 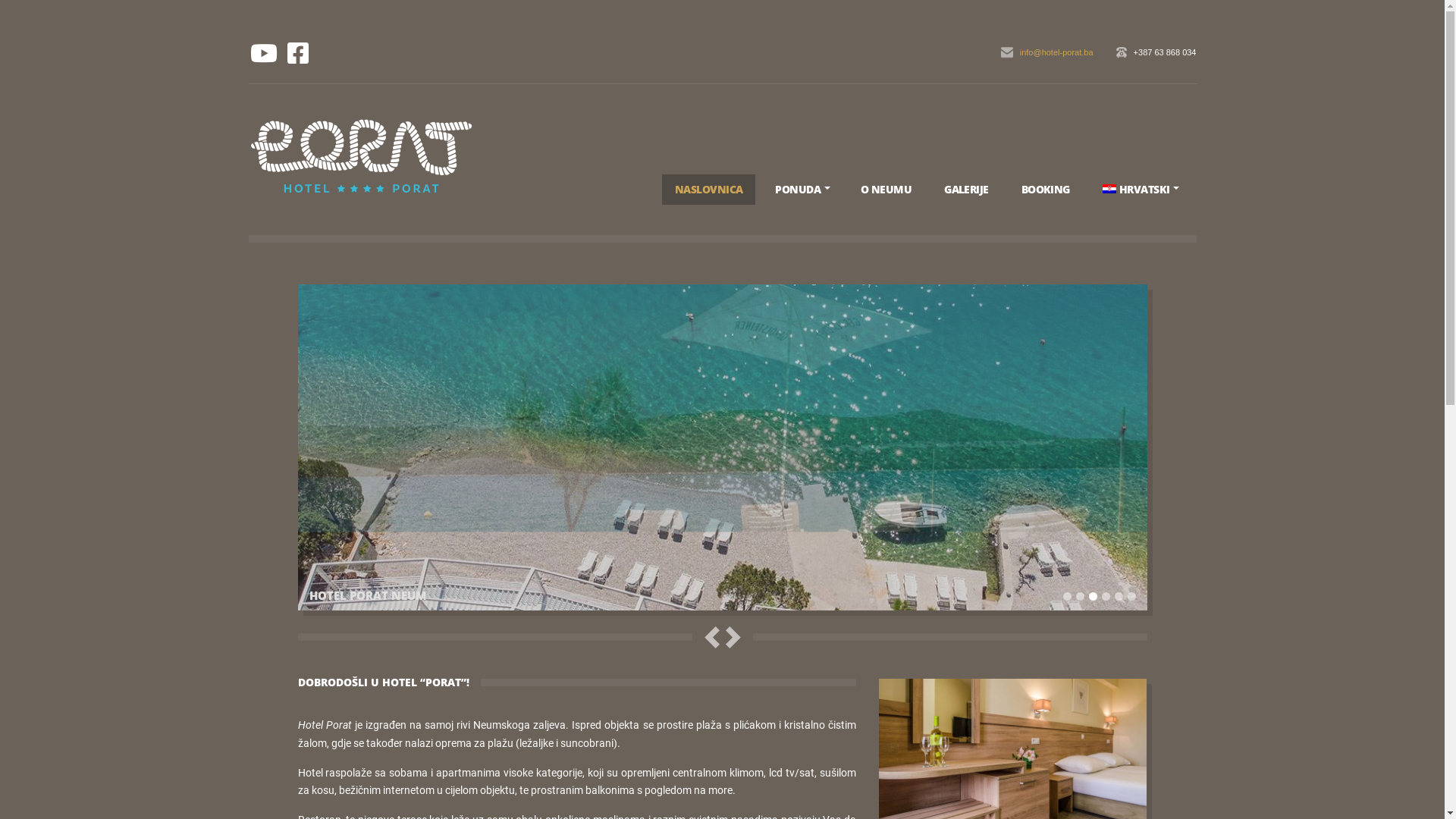 What do you see at coordinates (1119, 595) in the screenshot?
I see `'5'` at bounding box center [1119, 595].